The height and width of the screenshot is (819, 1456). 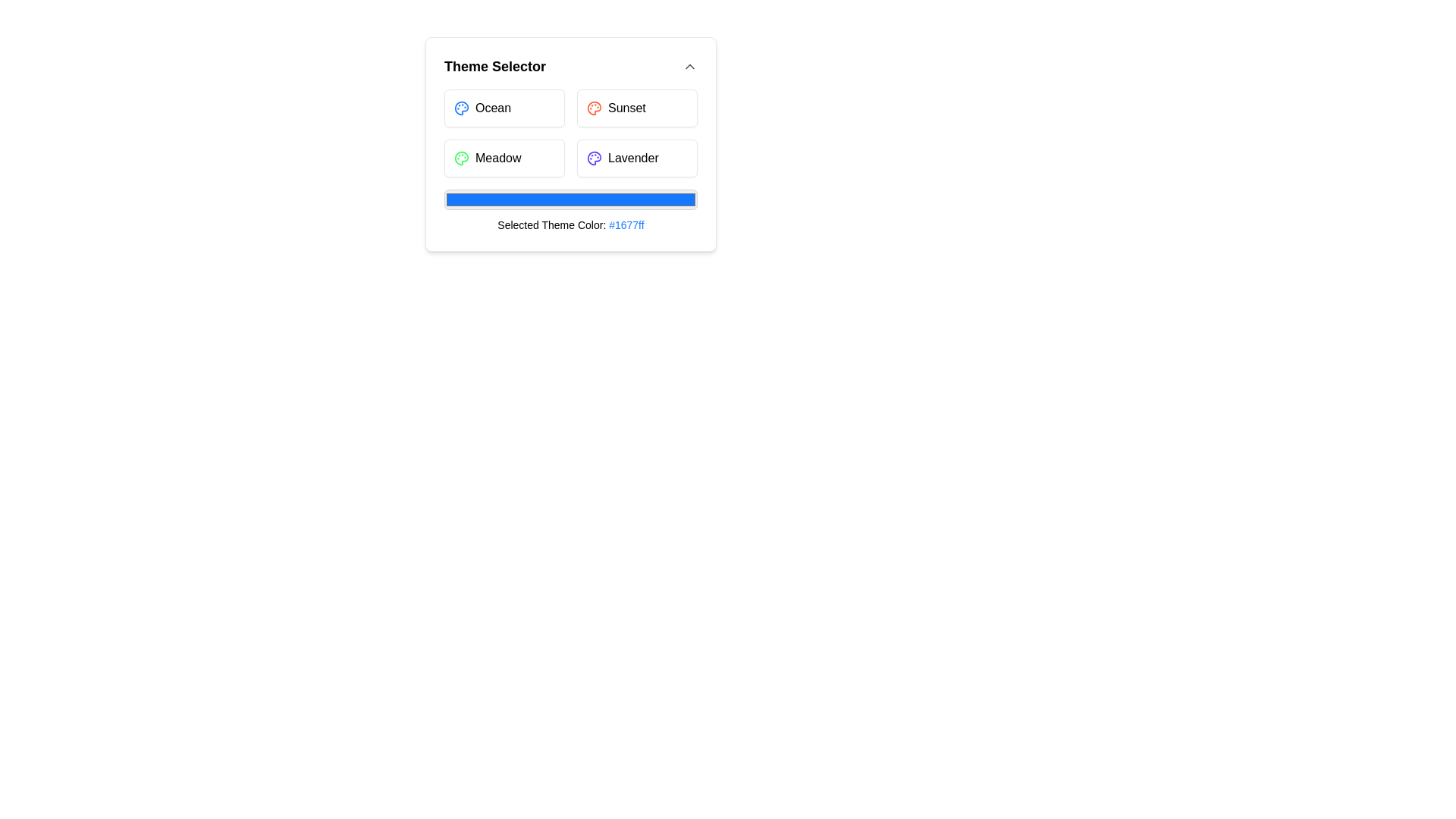 I want to click on the 'Lavender' button, which is a rectangular button with a palette icon and text, located in the bottom-right corner of the Theme Selector grid, so click(x=637, y=158).